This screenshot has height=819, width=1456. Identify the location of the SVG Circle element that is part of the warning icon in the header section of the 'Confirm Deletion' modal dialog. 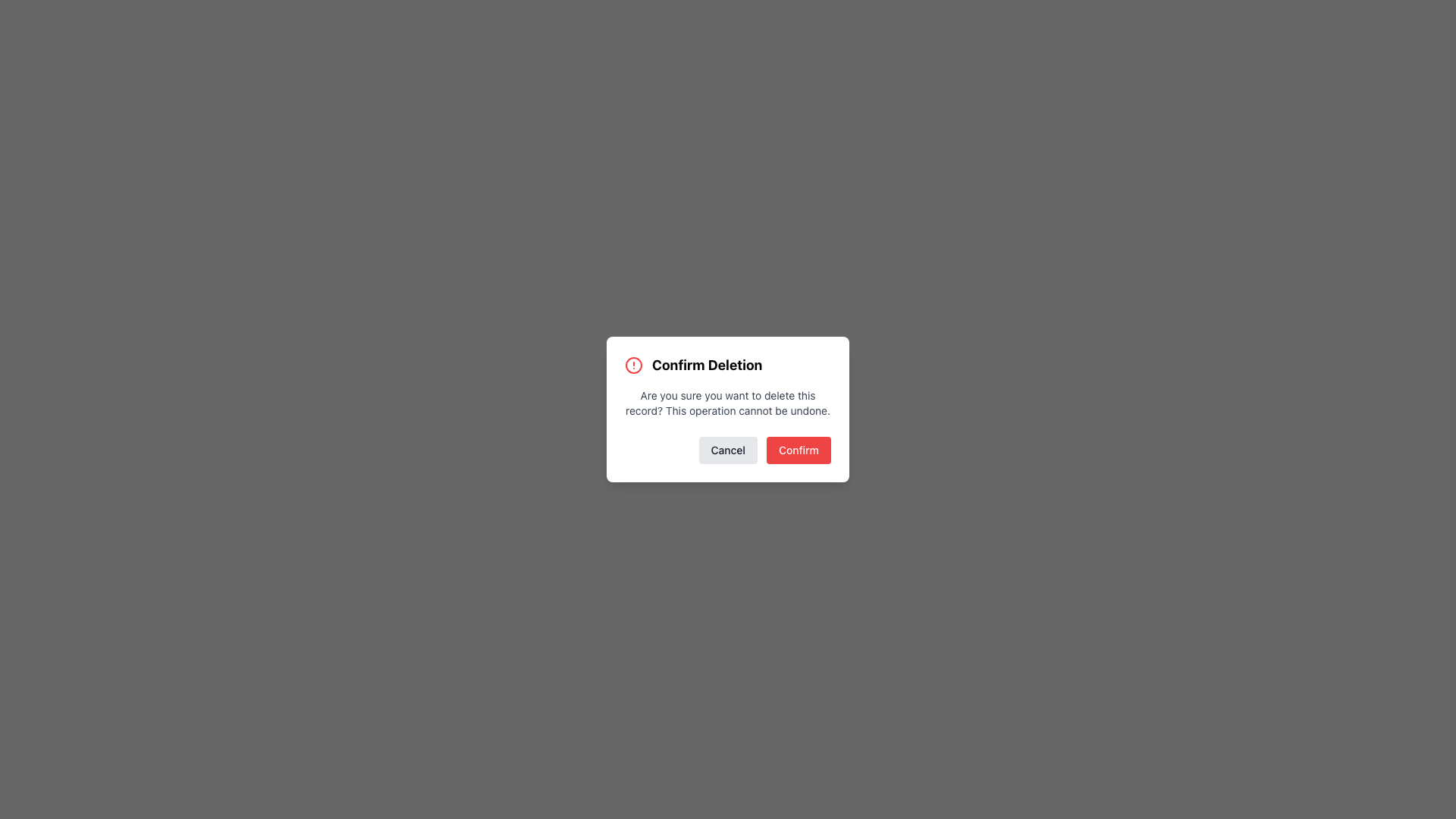
(633, 366).